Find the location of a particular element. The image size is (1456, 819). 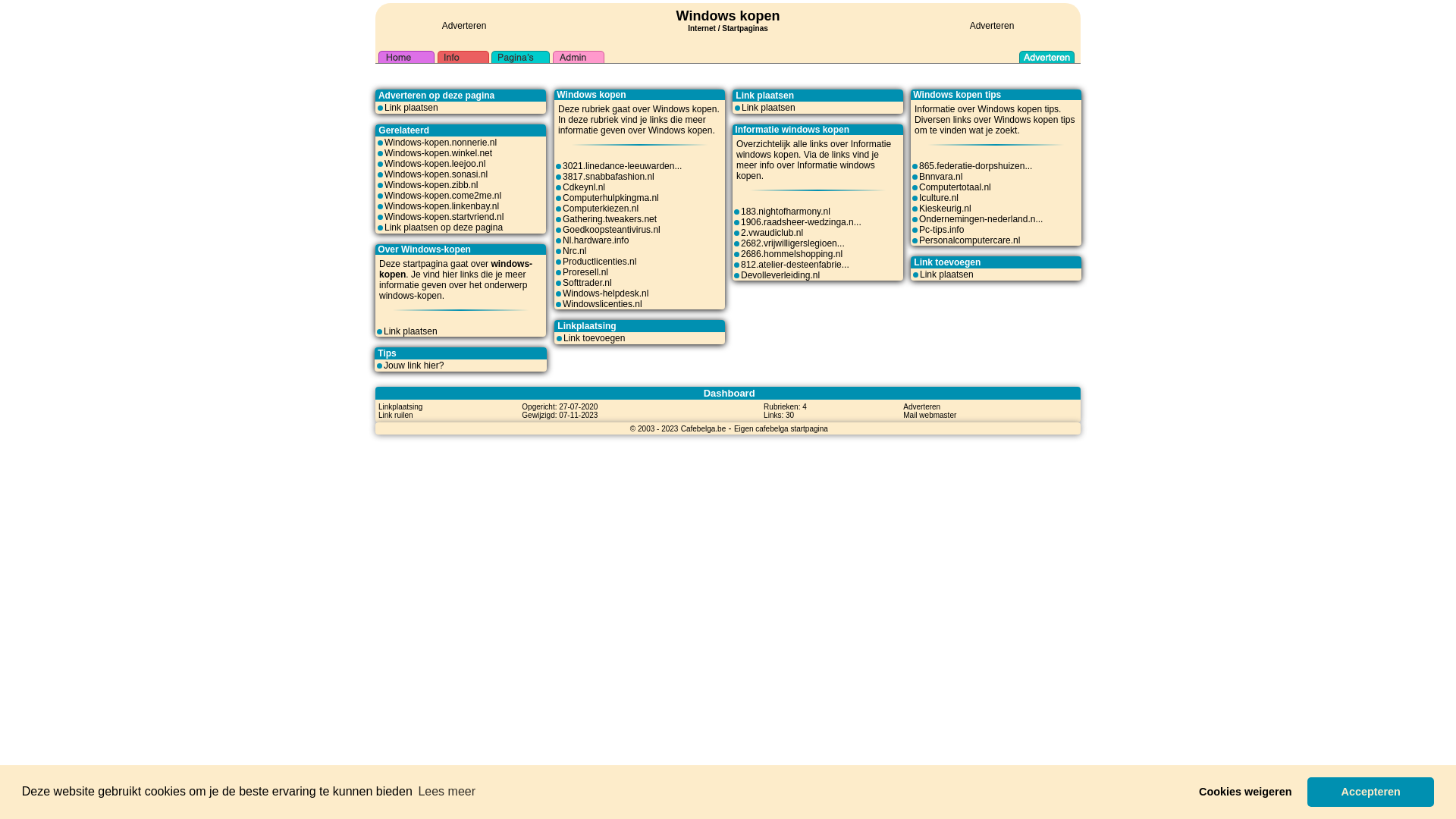

'Link plaatsen' is located at coordinates (411, 107).